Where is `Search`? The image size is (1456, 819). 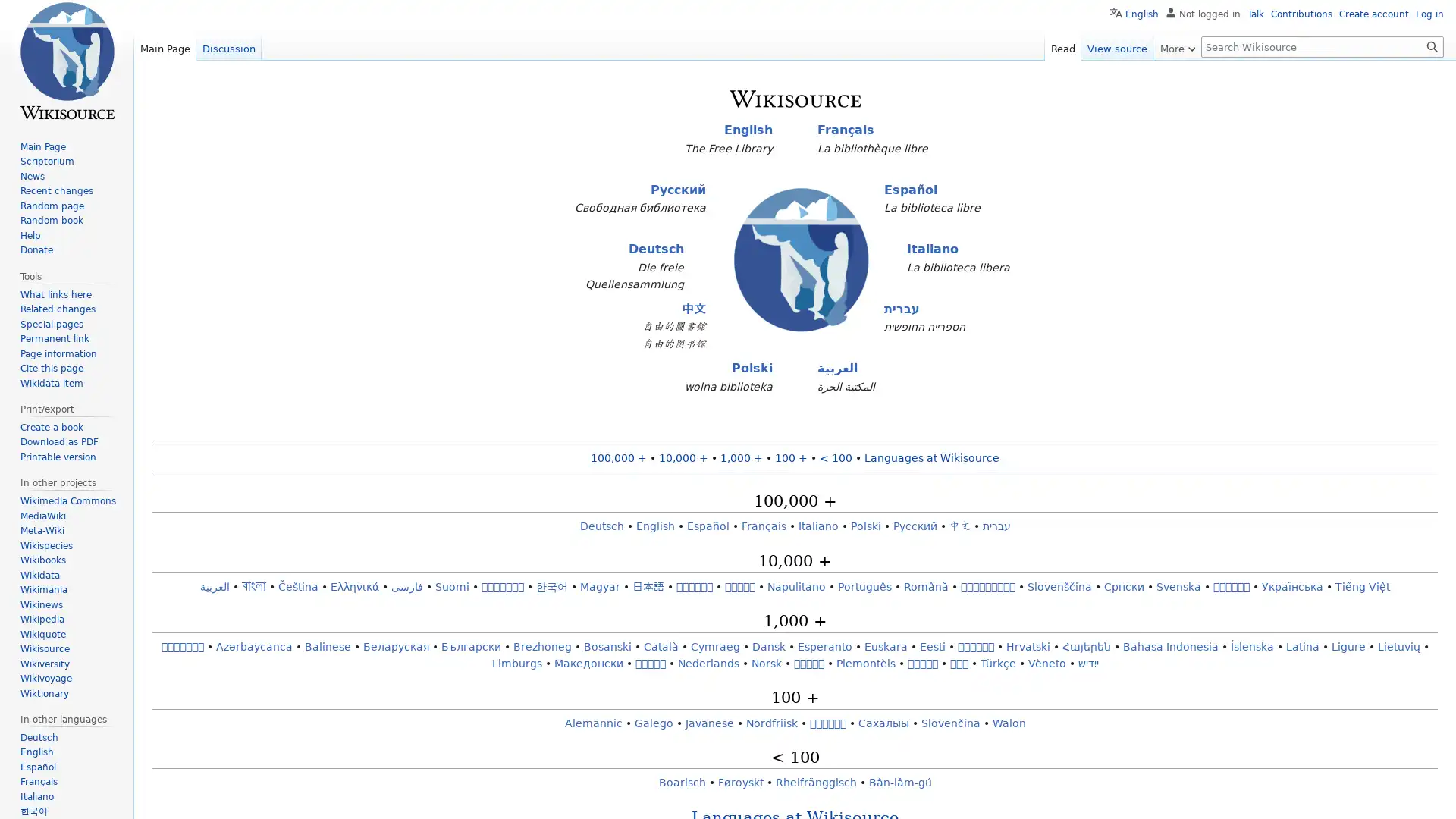
Search is located at coordinates (1432, 45).